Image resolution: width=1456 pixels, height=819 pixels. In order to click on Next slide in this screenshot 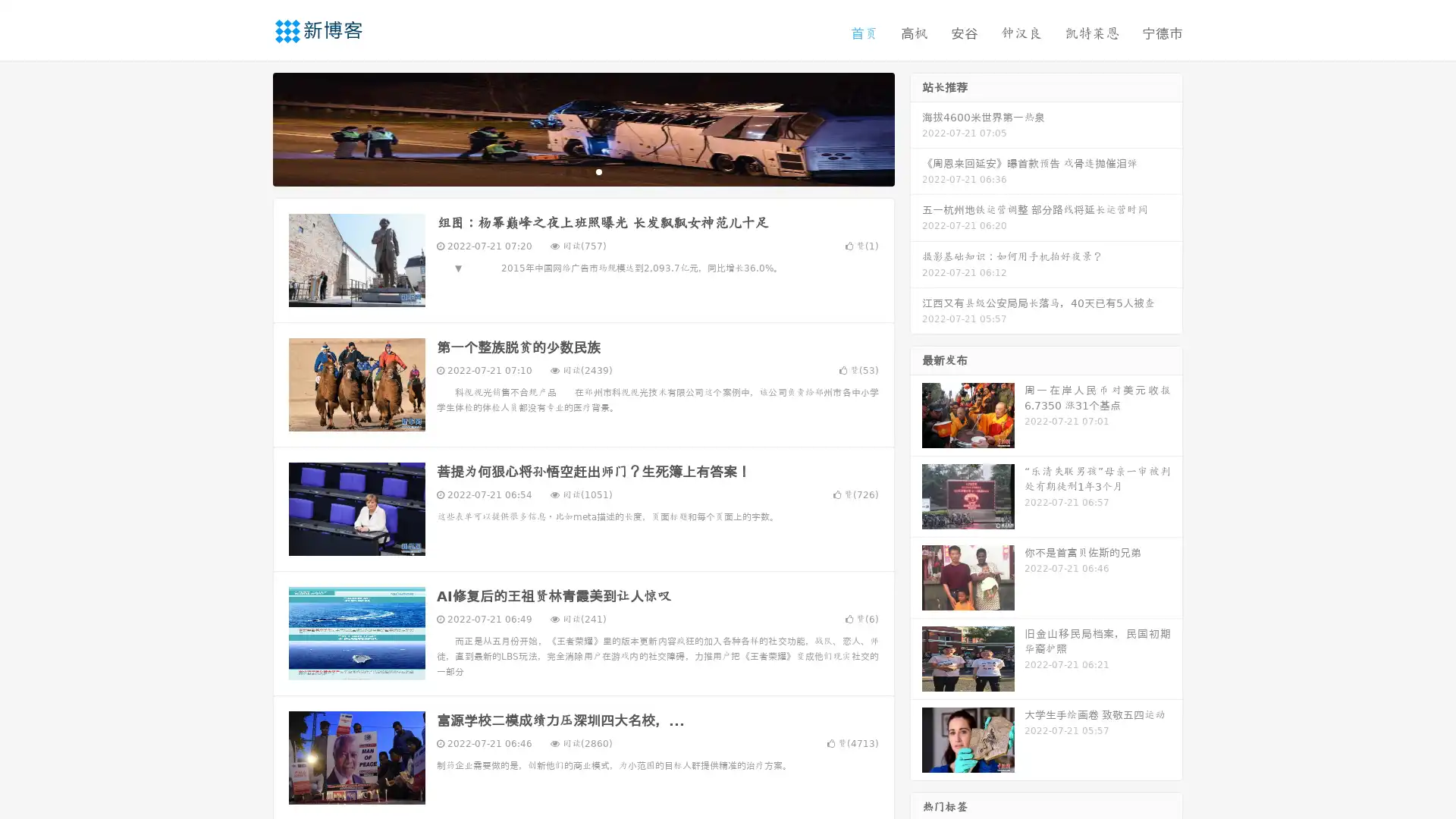, I will do `click(916, 127)`.